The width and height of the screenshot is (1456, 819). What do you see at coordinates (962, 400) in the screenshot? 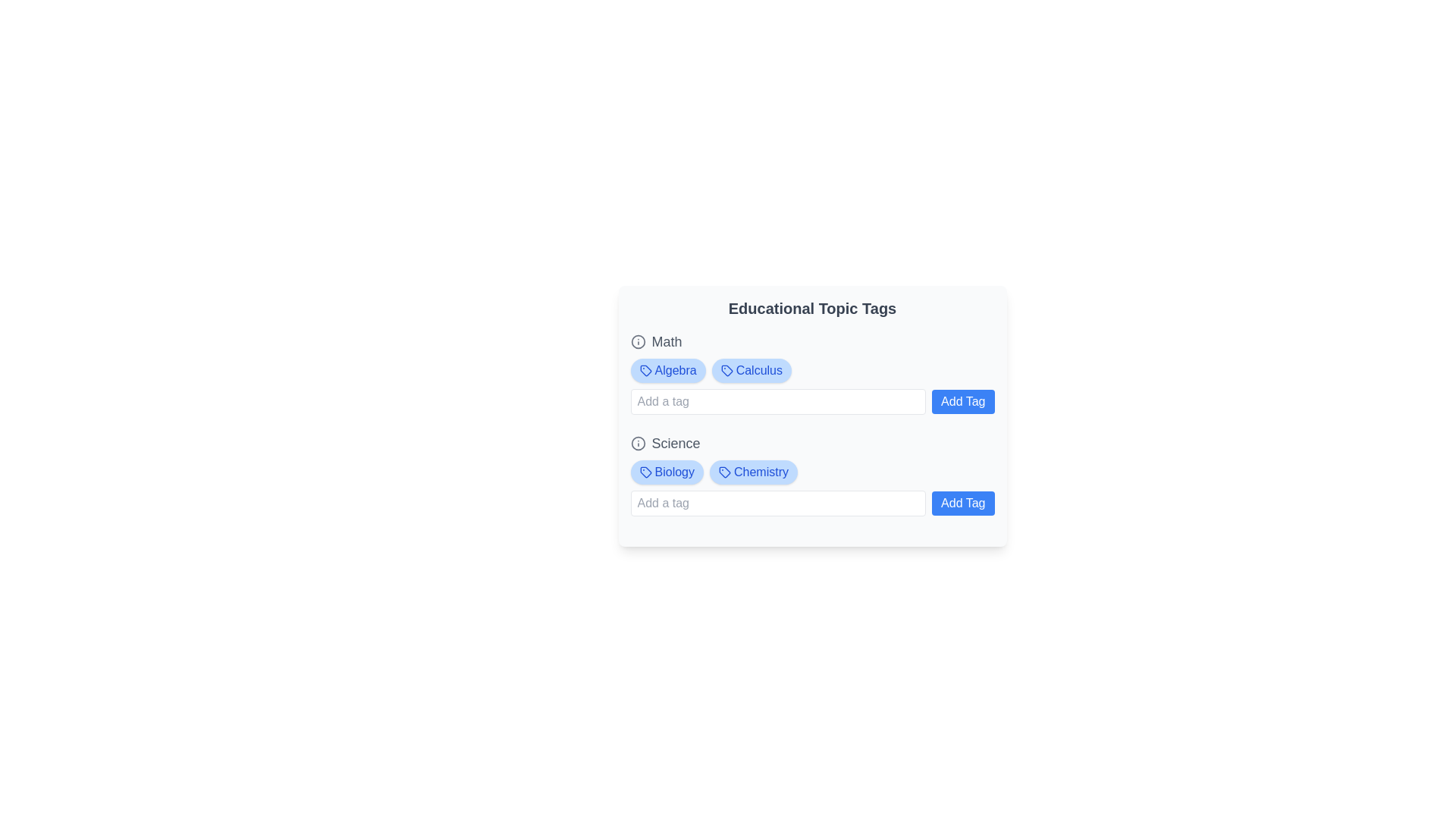
I see `the button located in the 'Math' category section, which is used to add a tag specified in the adjacent input field` at bounding box center [962, 400].